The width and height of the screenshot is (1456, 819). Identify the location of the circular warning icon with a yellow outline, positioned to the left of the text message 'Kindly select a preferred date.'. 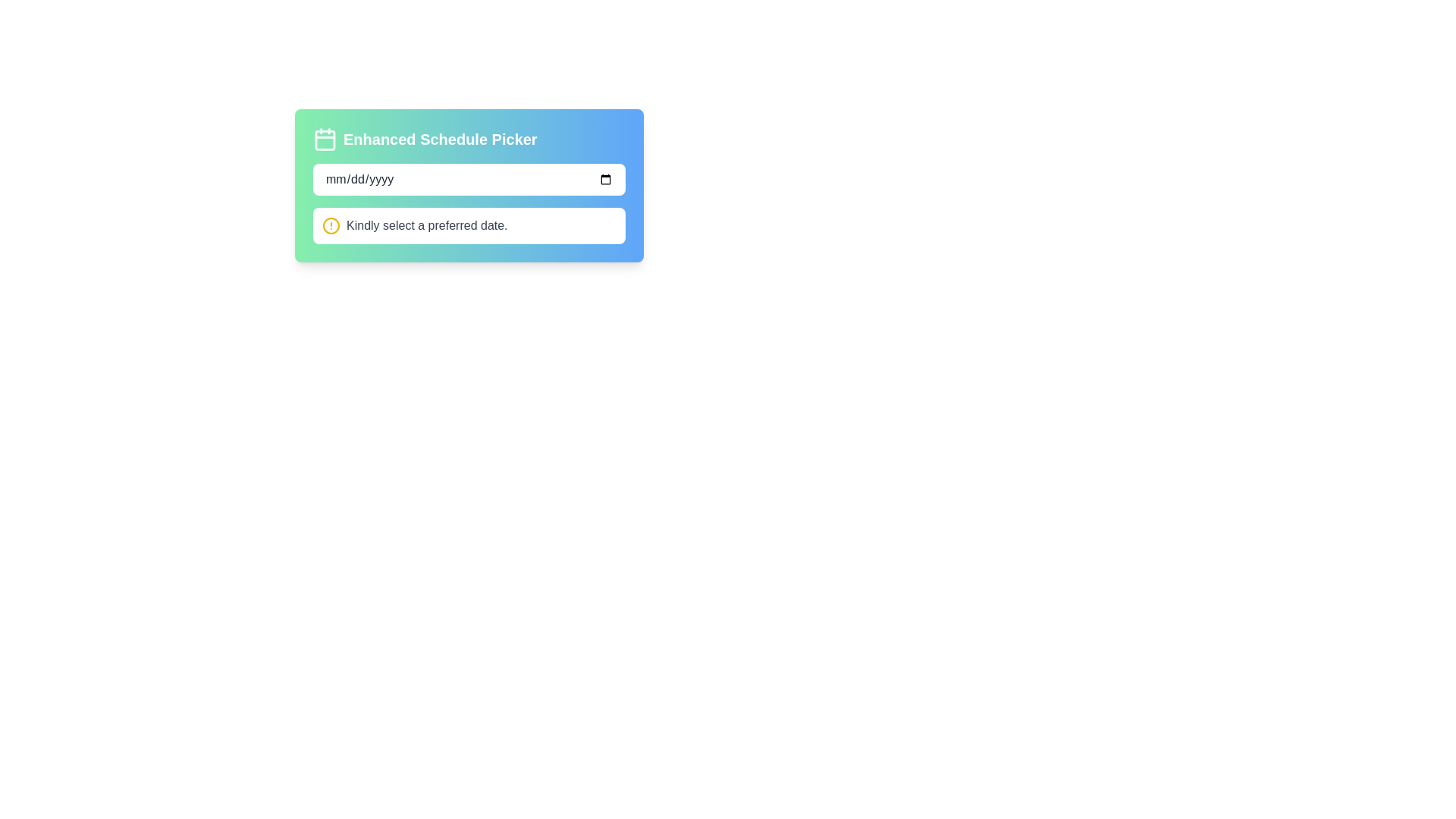
(330, 225).